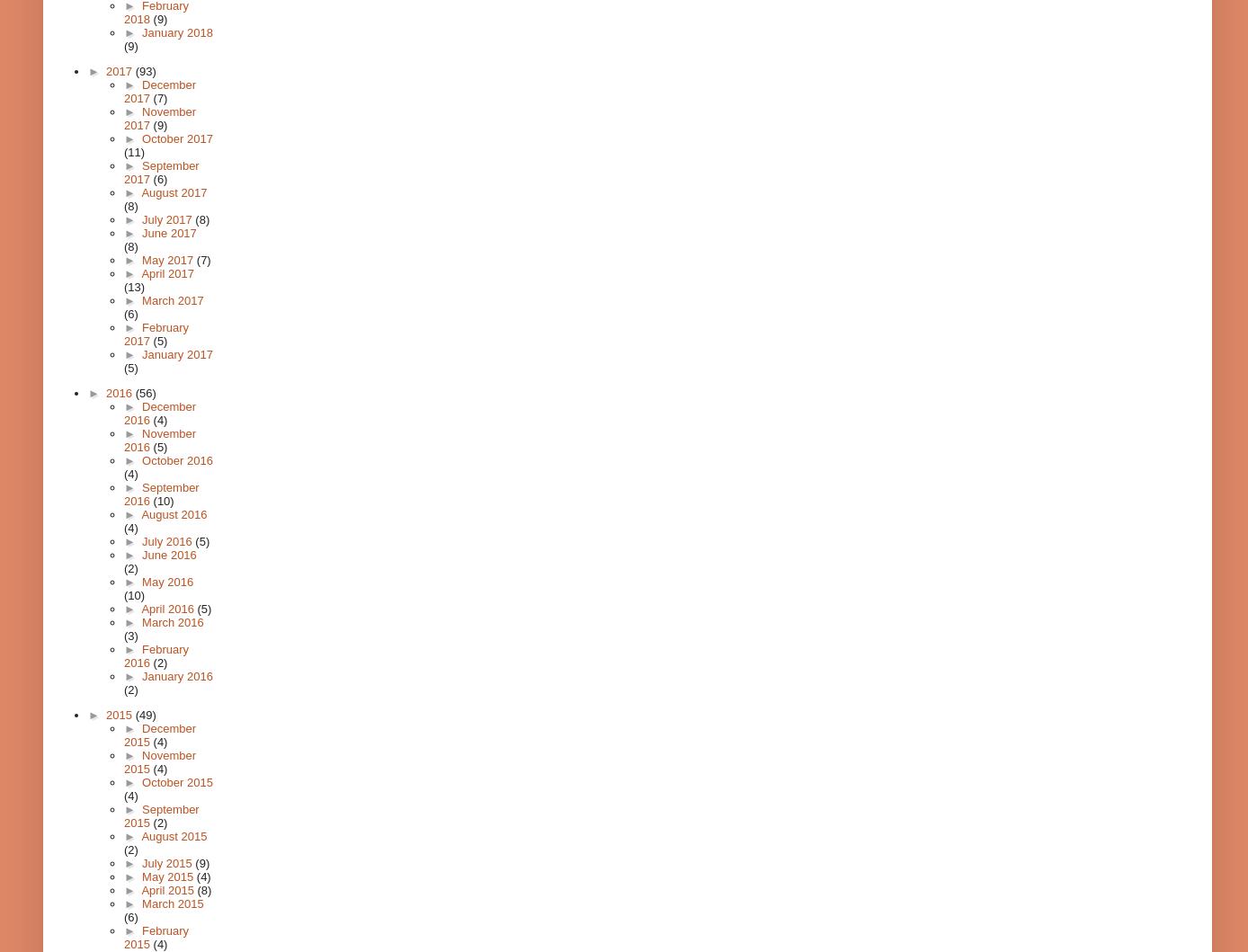 The height and width of the screenshot is (952, 1248). What do you see at coordinates (156, 655) in the screenshot?
I see `'February 2016'` at bounding box center [156, 655].